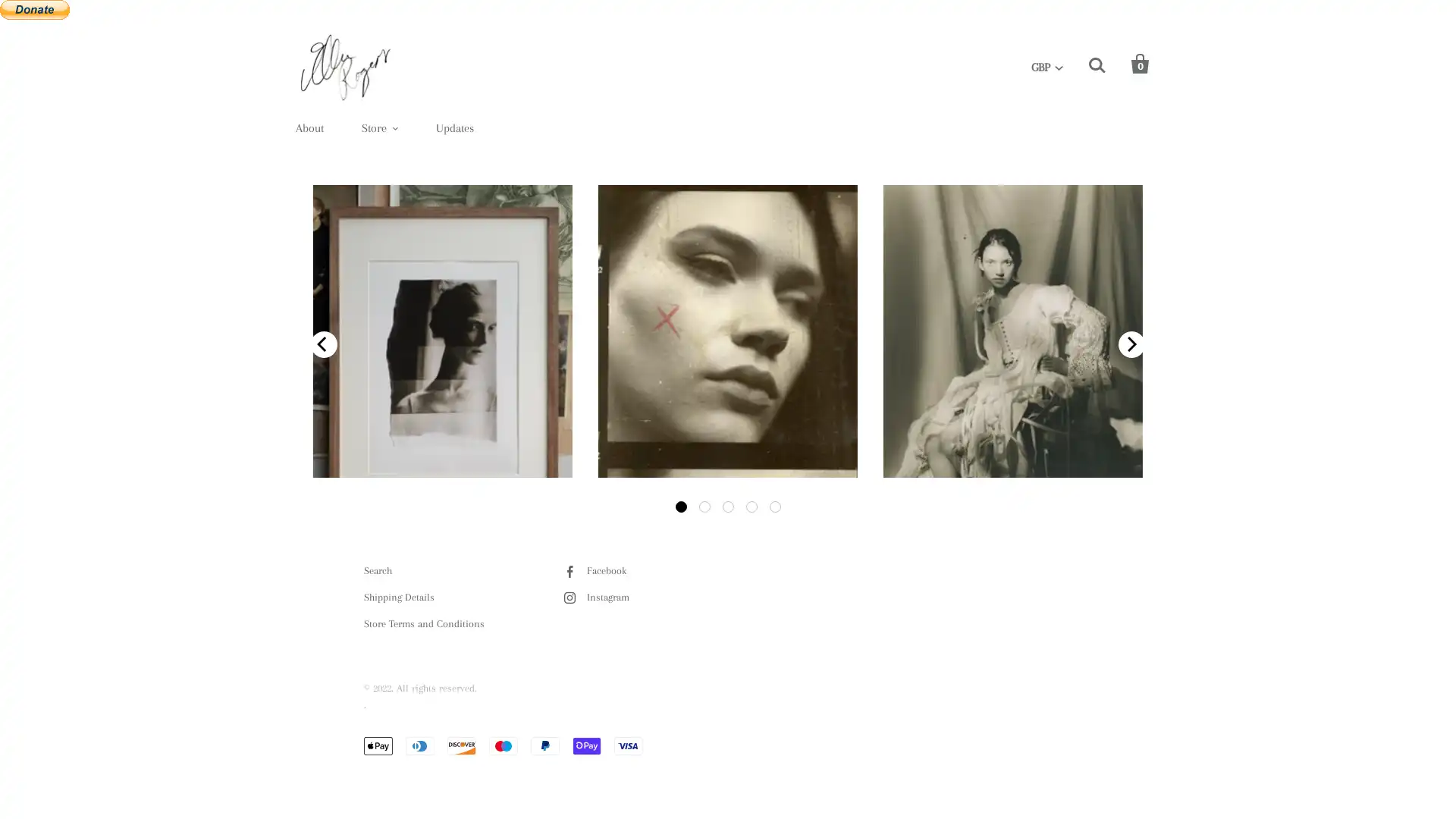 The width and height of the screenshot is (1456, 819). Describe the element at coordinates (1131, 411) in the screenshot. I see `next` at that location.